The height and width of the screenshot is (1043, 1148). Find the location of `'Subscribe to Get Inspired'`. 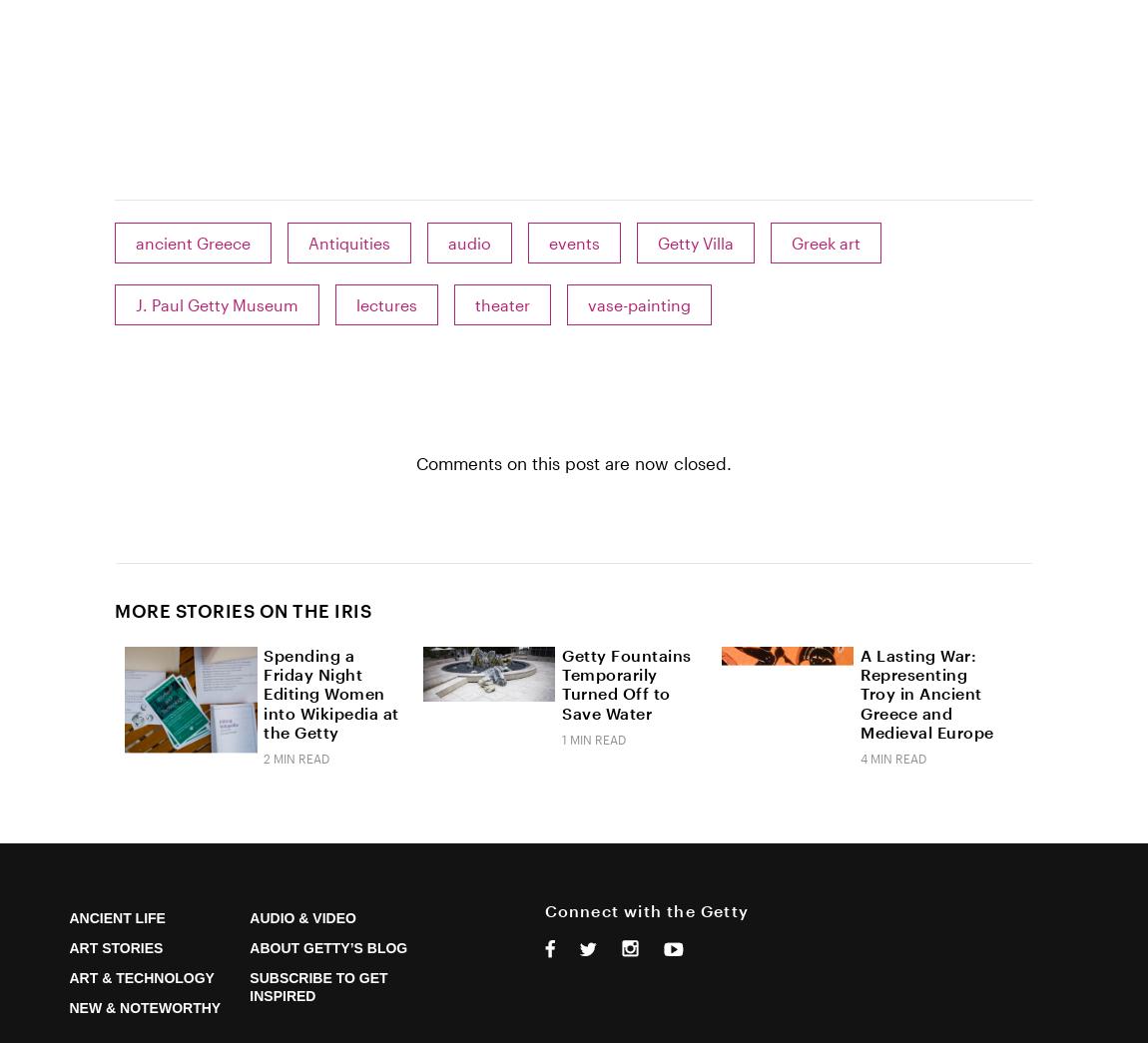

'Subscribe to Get Inspired' is located at coordinates (249, 986).